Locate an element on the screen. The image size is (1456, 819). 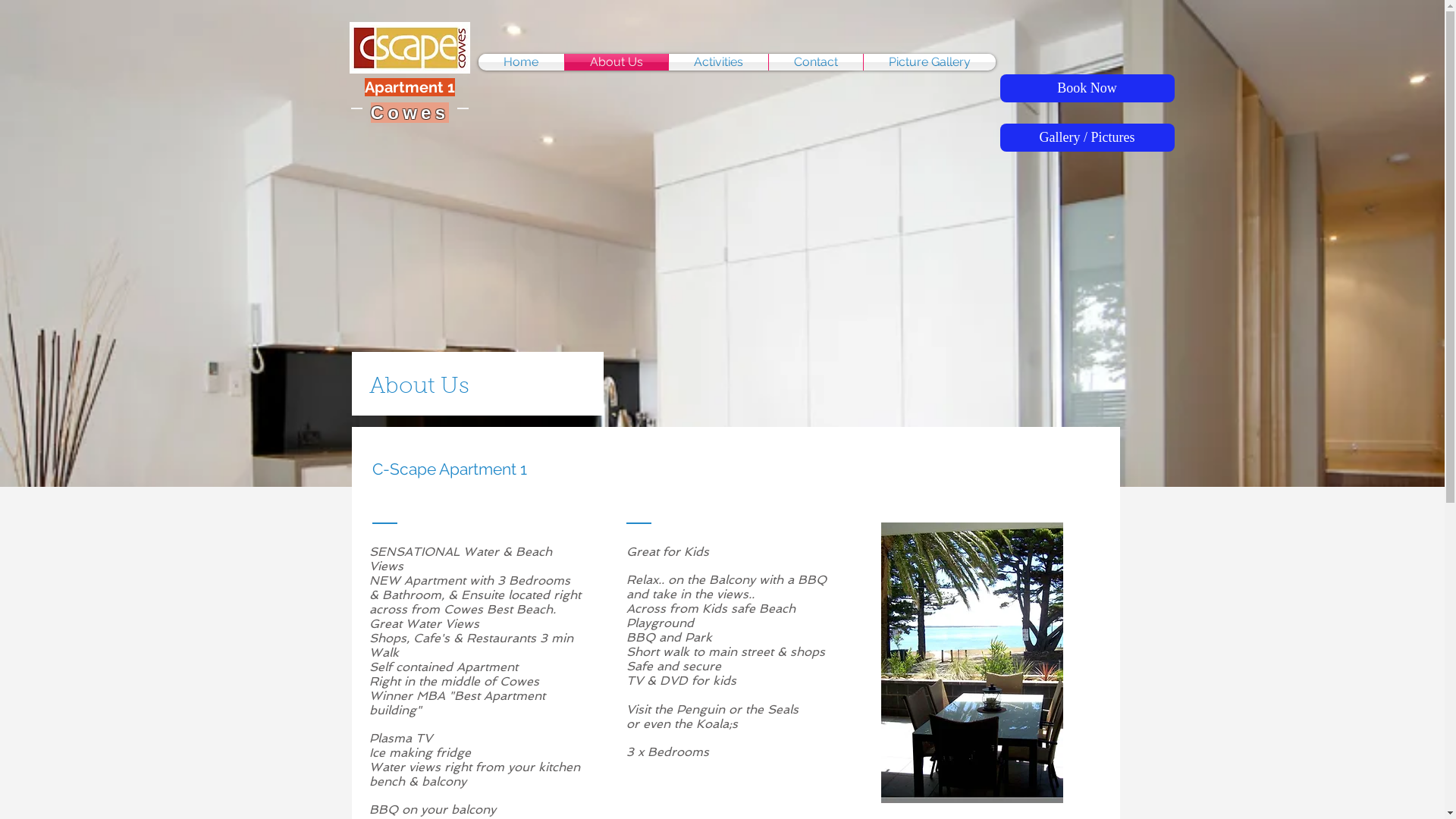
'Picture Gallery' is located at coordinates (862, 61).